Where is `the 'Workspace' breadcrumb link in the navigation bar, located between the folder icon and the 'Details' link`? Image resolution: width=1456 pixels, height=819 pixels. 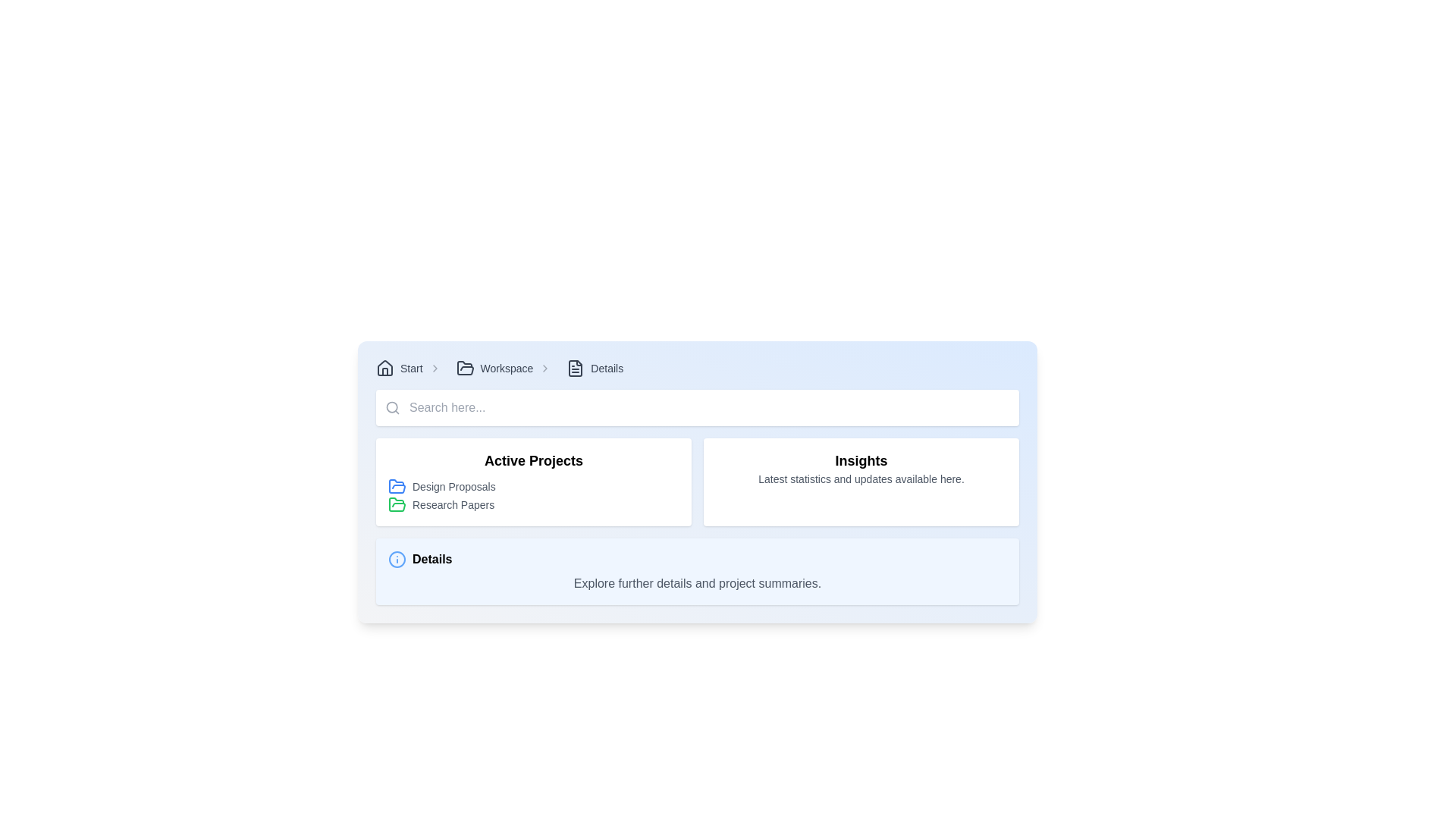 the 'Workspace' breadcrumb link in the navigation bar, located between the folder icon and the 'Details' link is located at coordinates (507, 369).